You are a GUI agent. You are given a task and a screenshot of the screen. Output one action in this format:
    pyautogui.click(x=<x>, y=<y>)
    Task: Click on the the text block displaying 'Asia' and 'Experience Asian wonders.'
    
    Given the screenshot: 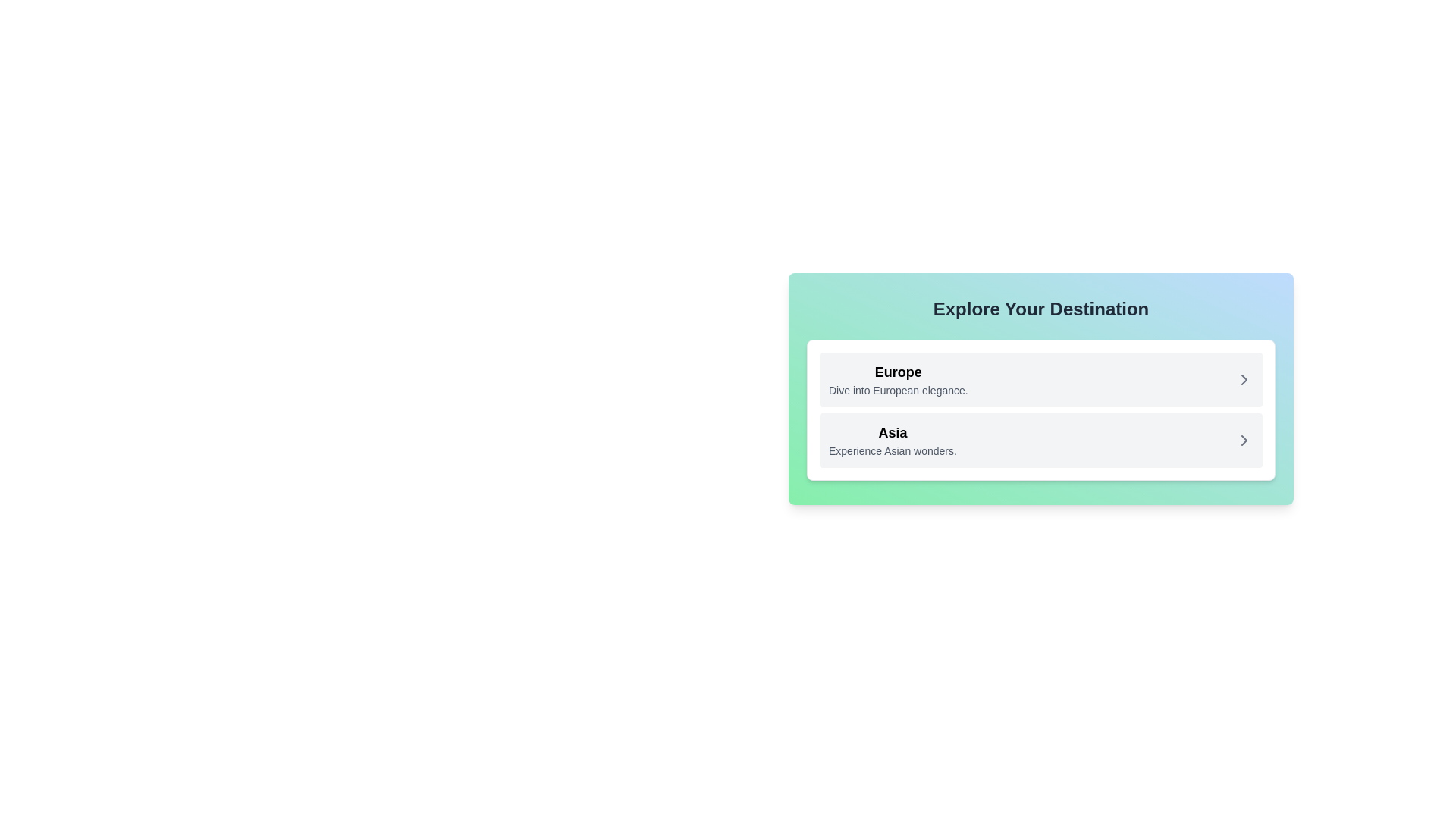 What is the action you would take?
    pyautogui.click(x=893, y=441)
    